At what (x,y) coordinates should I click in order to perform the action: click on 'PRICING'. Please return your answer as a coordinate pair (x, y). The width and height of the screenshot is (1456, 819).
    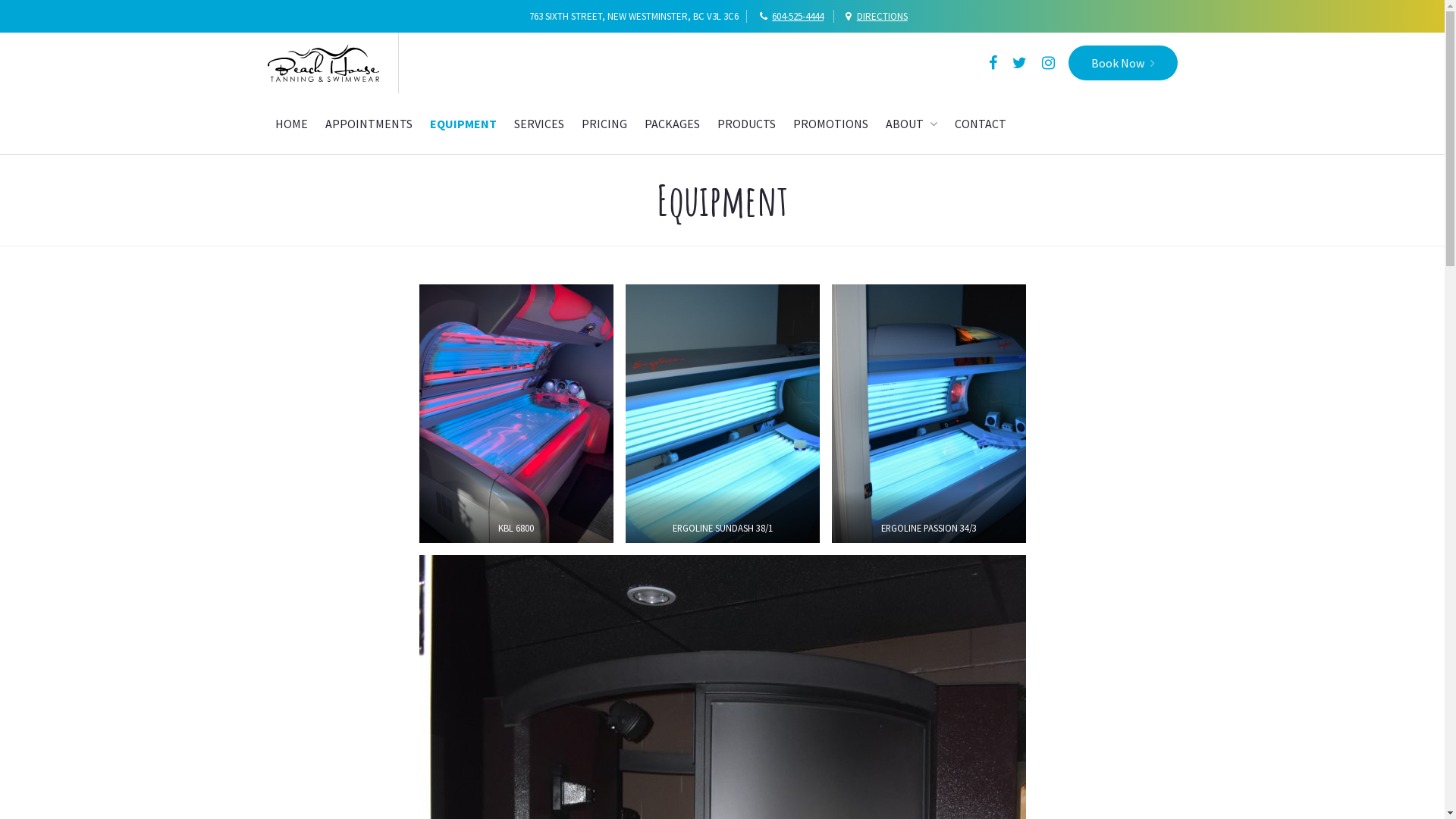
    Looking at the image, I should click on (603, 122).